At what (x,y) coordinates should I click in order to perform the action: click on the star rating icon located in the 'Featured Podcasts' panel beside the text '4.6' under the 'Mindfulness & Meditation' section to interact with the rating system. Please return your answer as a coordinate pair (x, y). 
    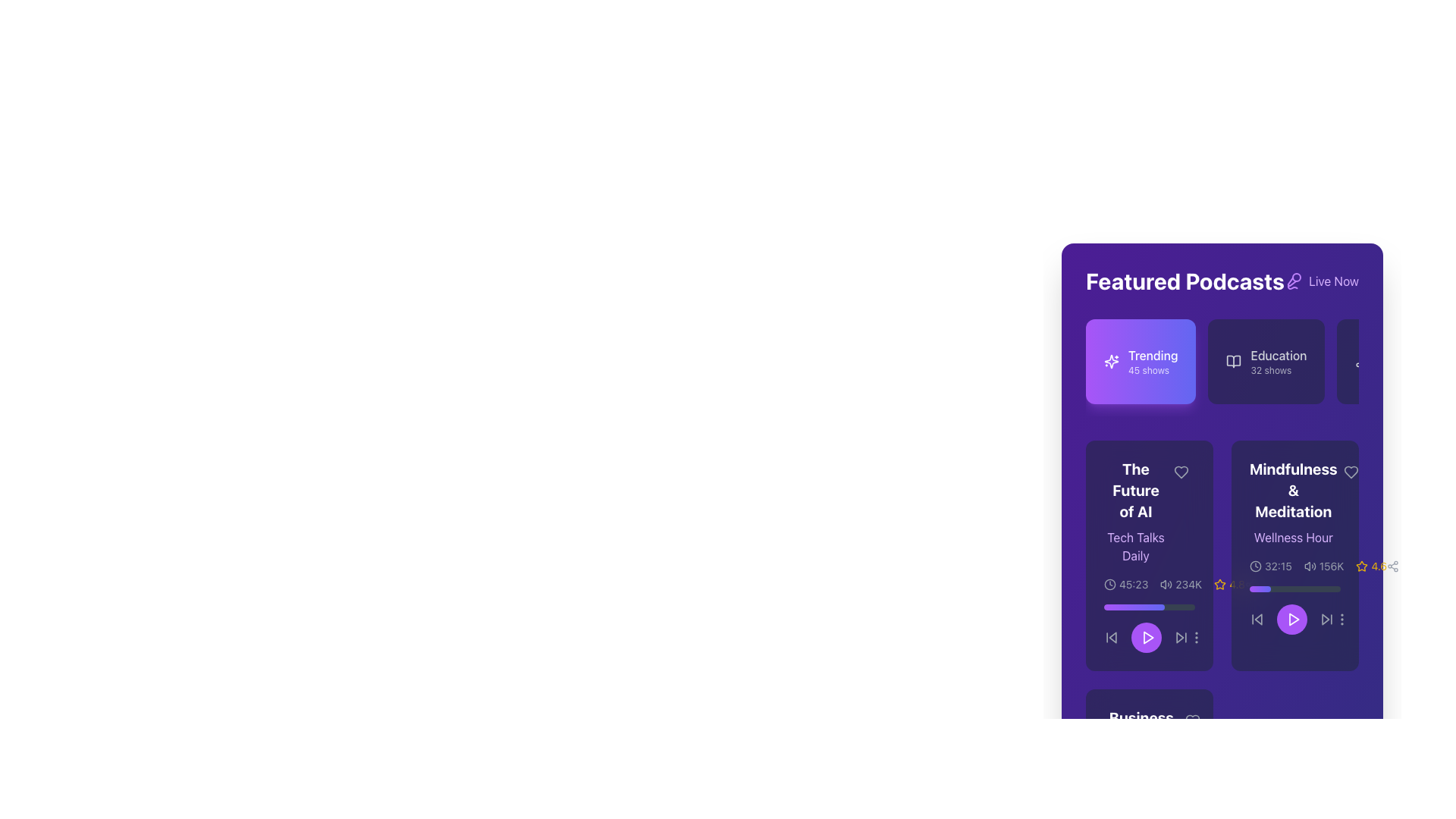
    Looking at the image, I should click on (1362, 566).